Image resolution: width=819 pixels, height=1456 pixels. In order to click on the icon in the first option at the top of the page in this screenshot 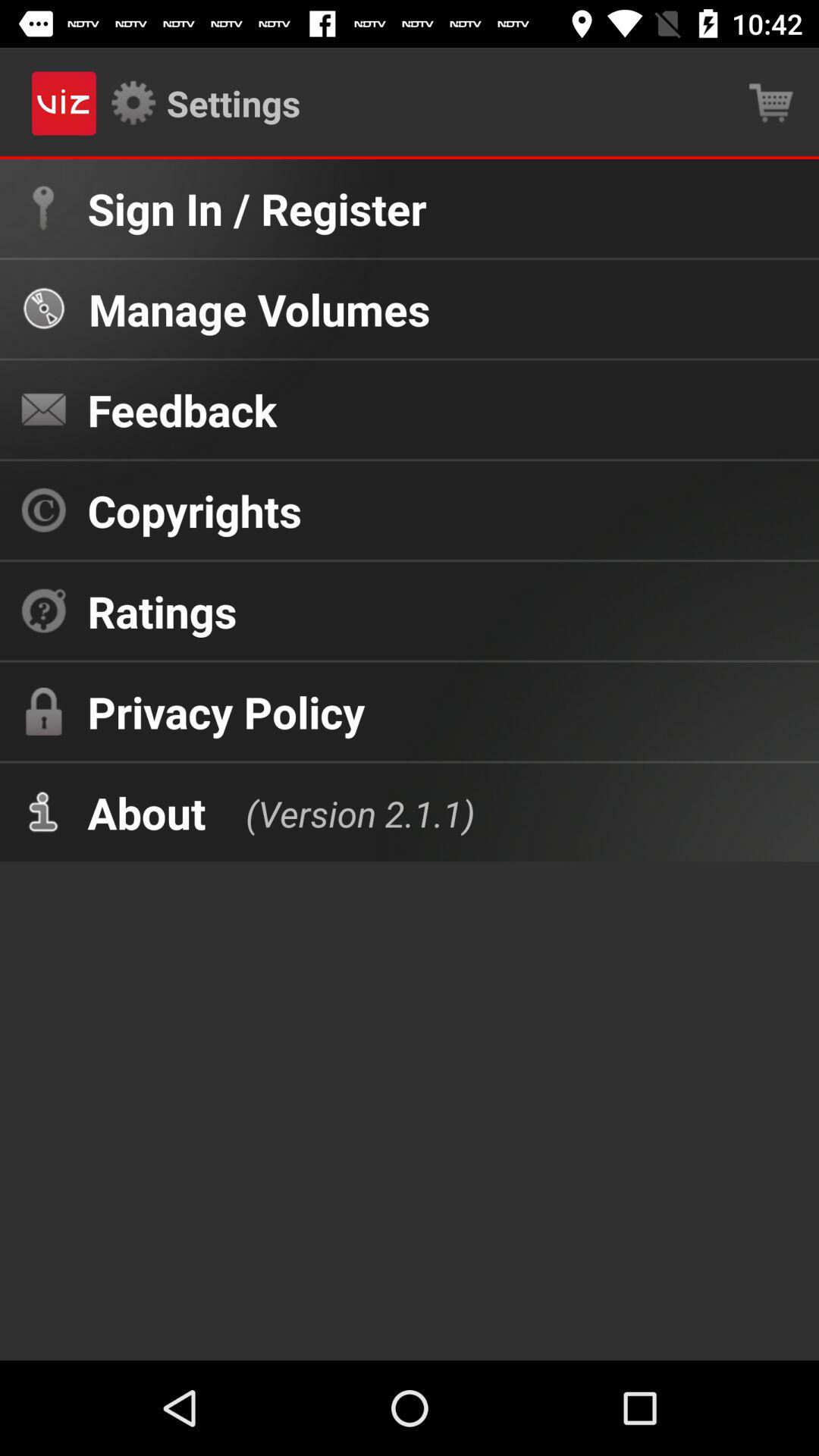, I will do `click(42, 207)`.